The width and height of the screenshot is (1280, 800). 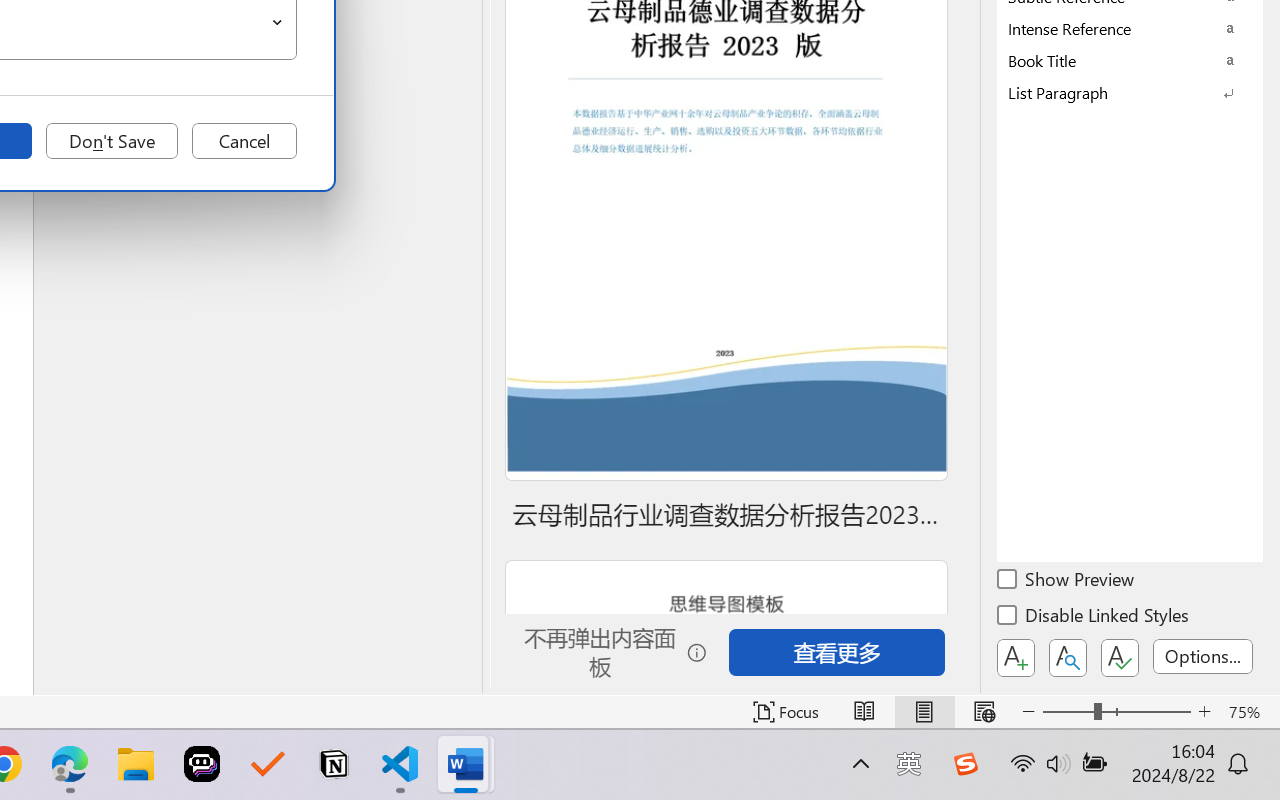 What do you see at coordinates (1130, 28) in the screenshot?
I see `'Intense Reference'` at bounding box center [1130, 28].